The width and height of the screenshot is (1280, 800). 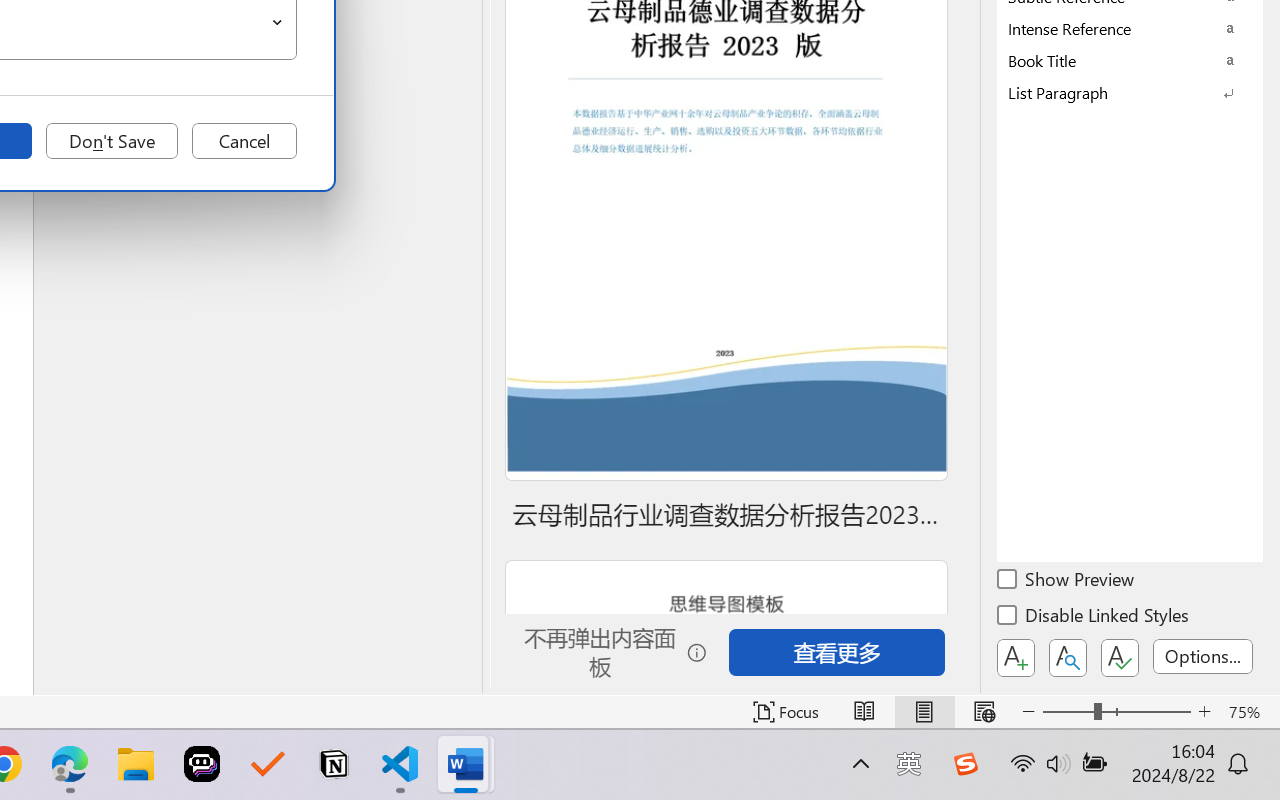 What do you see at coordinates (1130, 28) in the screenshot?
I see `'Intense Reference'` at bounding box center [1130, 28].